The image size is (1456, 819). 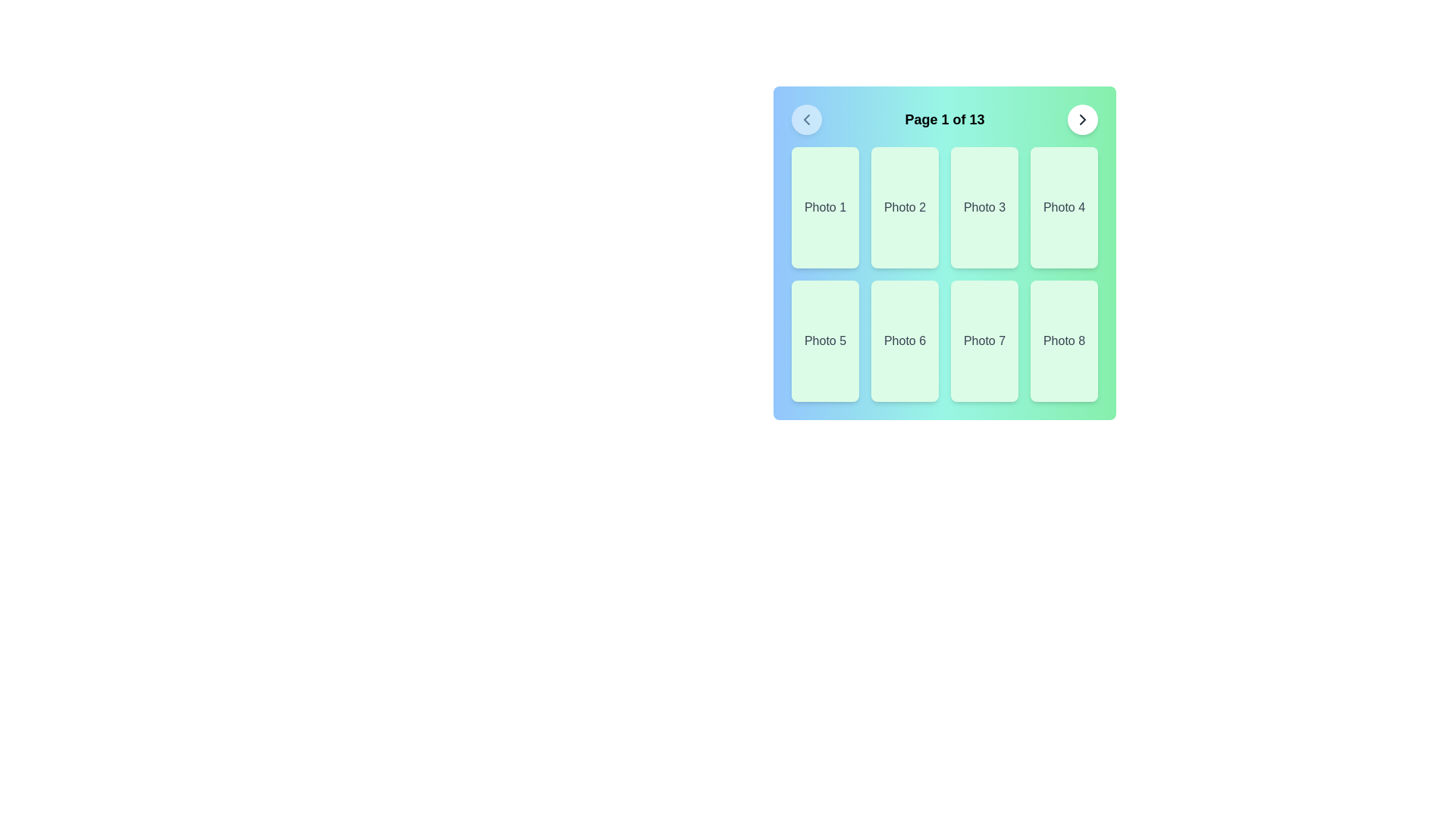 What do you see at coordinates (984, 207) in the screenshot?
I see `the 'Photo 3' static content card, which is the third card in a grid layout of photo cards located in the top row` at bounding box center [984, 207].